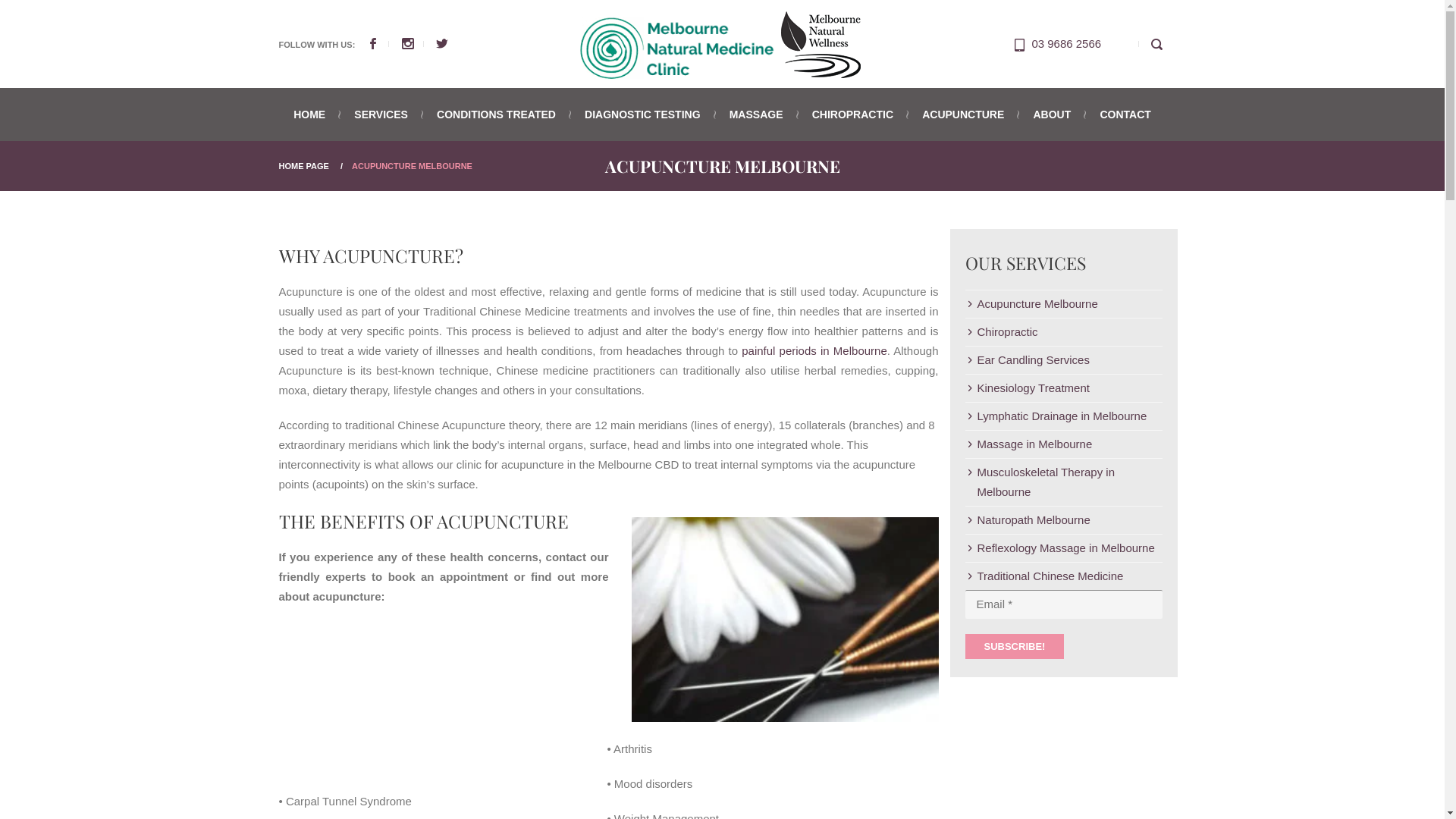 Image resolution: width=1456 pixels, height=819 pixels. Describe the element at coordinates (496, 113) in the screenshot. I see `'CONDITIONS TREATED'` at that location.